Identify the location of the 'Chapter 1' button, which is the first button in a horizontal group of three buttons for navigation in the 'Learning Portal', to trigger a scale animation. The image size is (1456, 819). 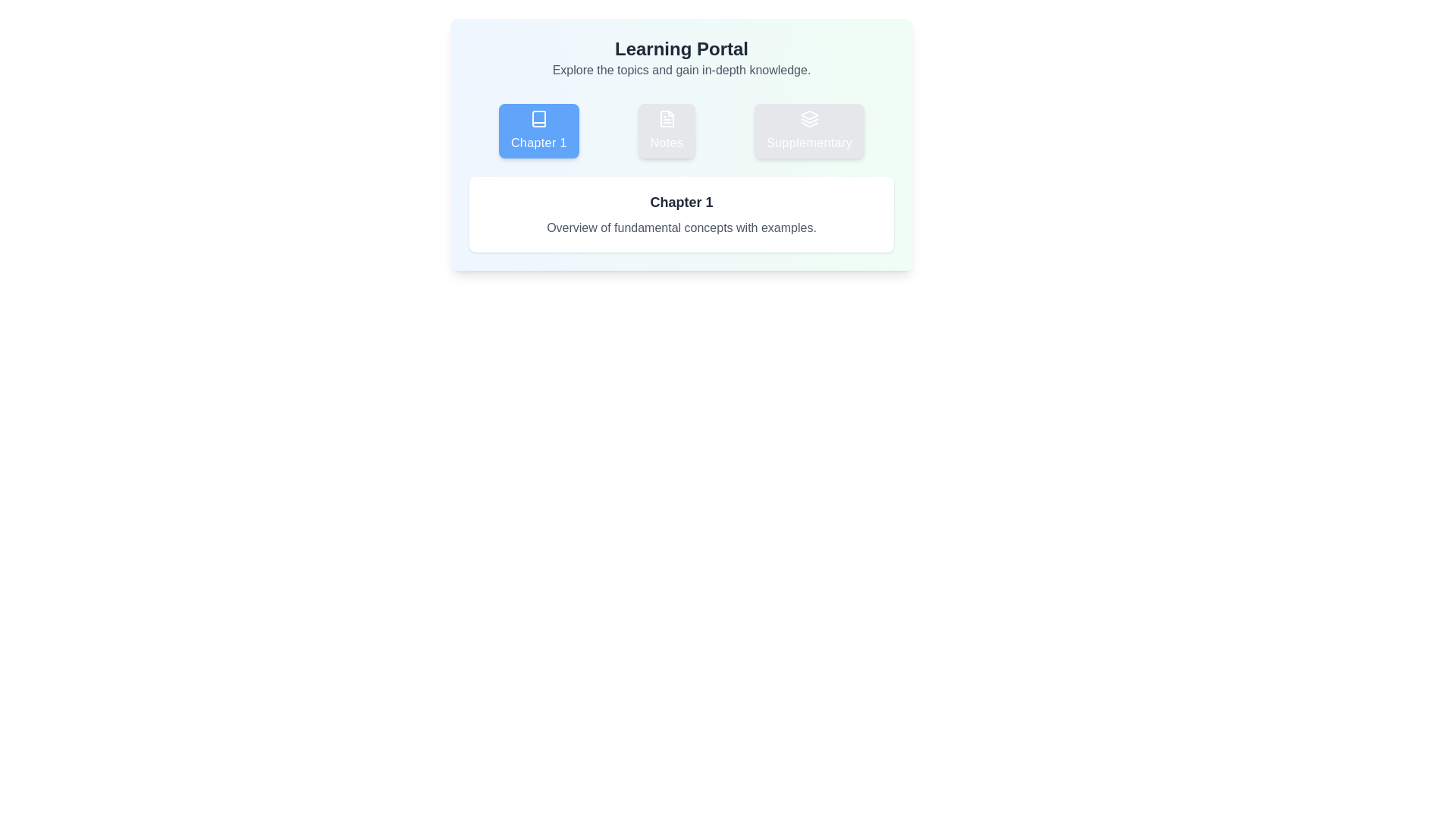
(538, 130).